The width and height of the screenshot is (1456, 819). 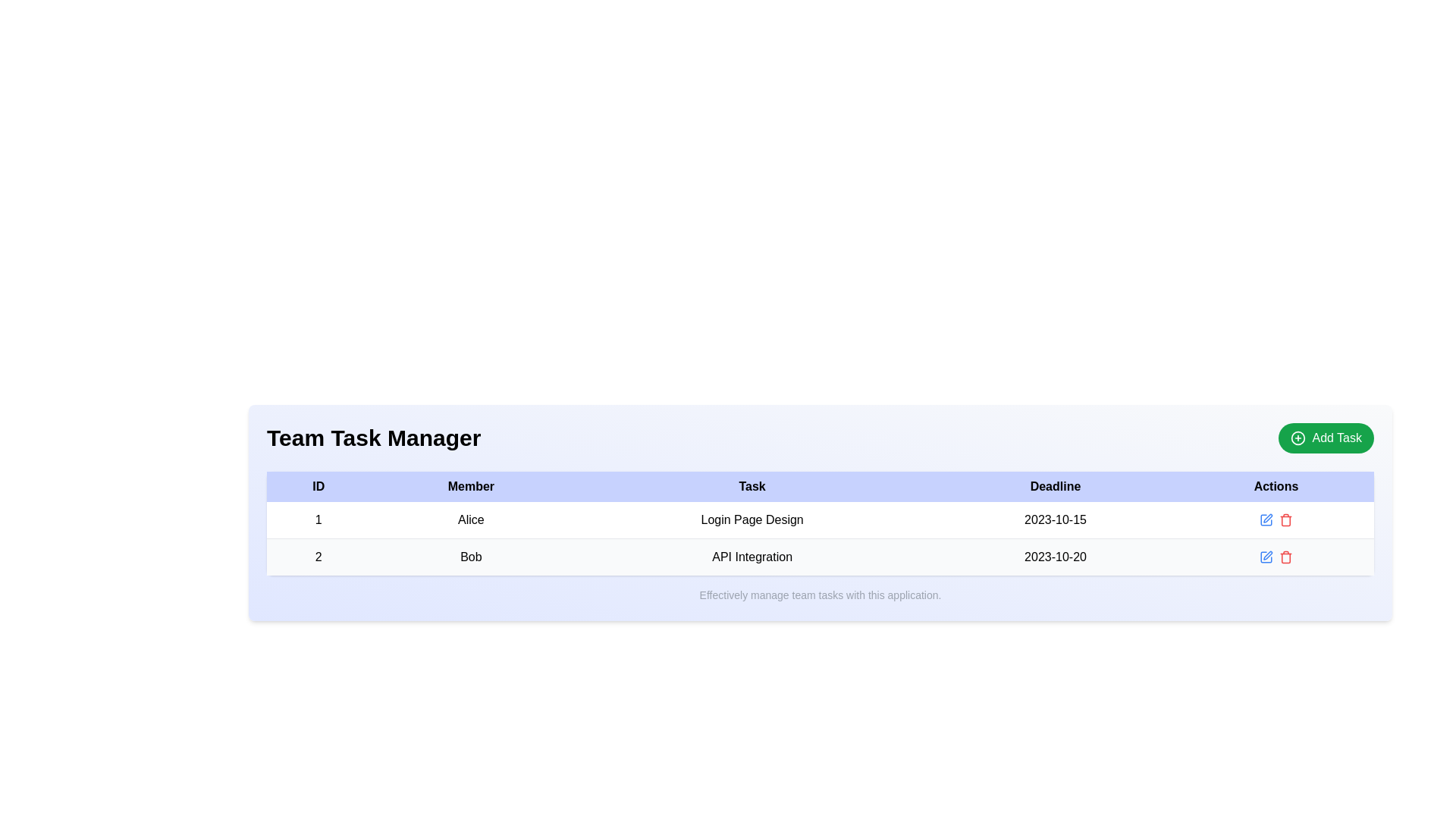 What do you see at coordinates (1266, 519) in the screenshot?
I see `the edit button in the 'Actions' column of the first row under the 'Team Task Manager' section` at bounding box center [1266, 519].